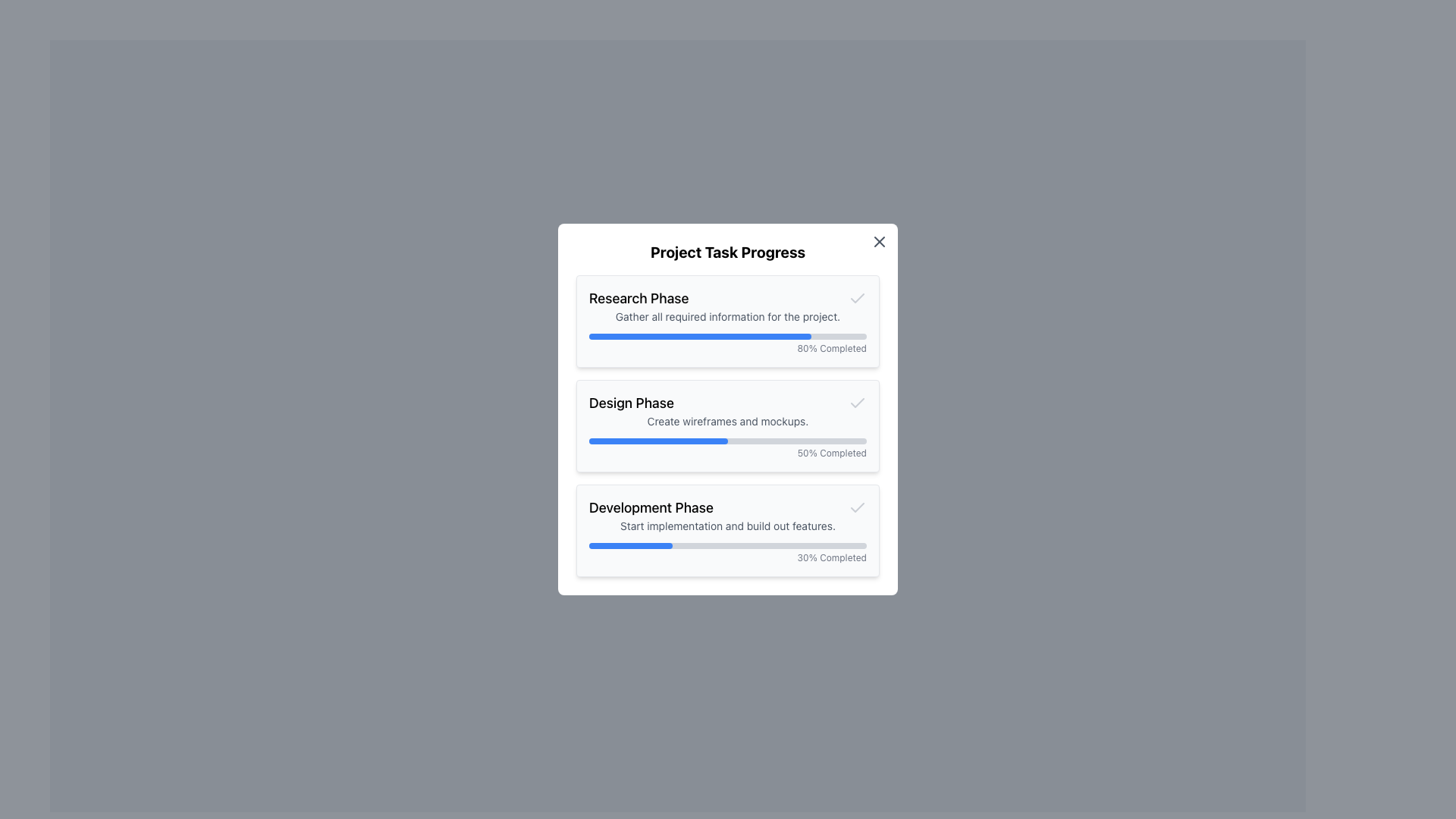 The width and height of the screenshot is (1456, 819). I want to click on the Information Card that summarizes the 'Design Phase' of the project, which is the second card in a vertically stacked list of task phases, so click(728, 426).